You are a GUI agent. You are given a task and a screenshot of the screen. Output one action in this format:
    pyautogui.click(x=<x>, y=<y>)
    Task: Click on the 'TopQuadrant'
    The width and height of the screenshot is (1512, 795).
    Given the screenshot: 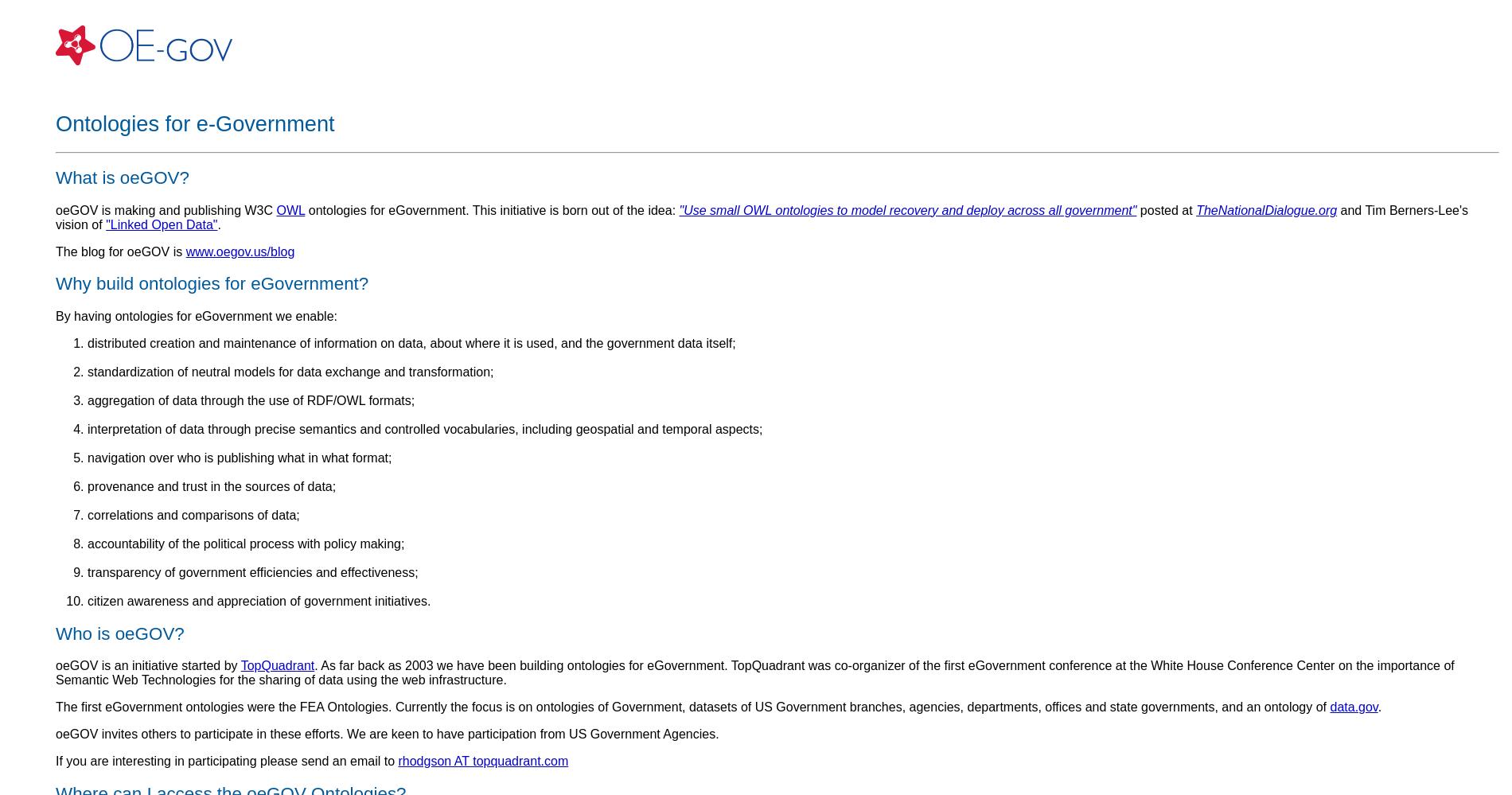 What is the action you would take?
    pyautogui.click(x=276, y=664)
    